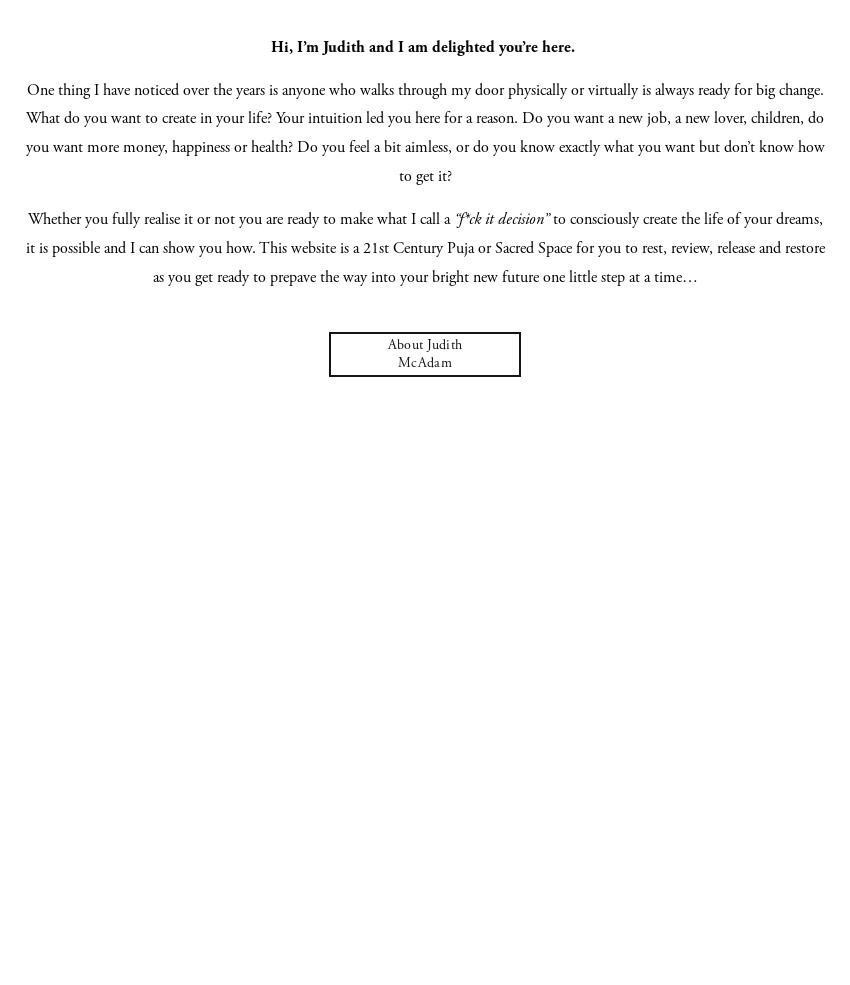 The height and width of the screenshot is (985, 850). What do you see at coordinates (425, 60) in the screenshot?
I see `'My Book'` at bounding box center [425, 60].